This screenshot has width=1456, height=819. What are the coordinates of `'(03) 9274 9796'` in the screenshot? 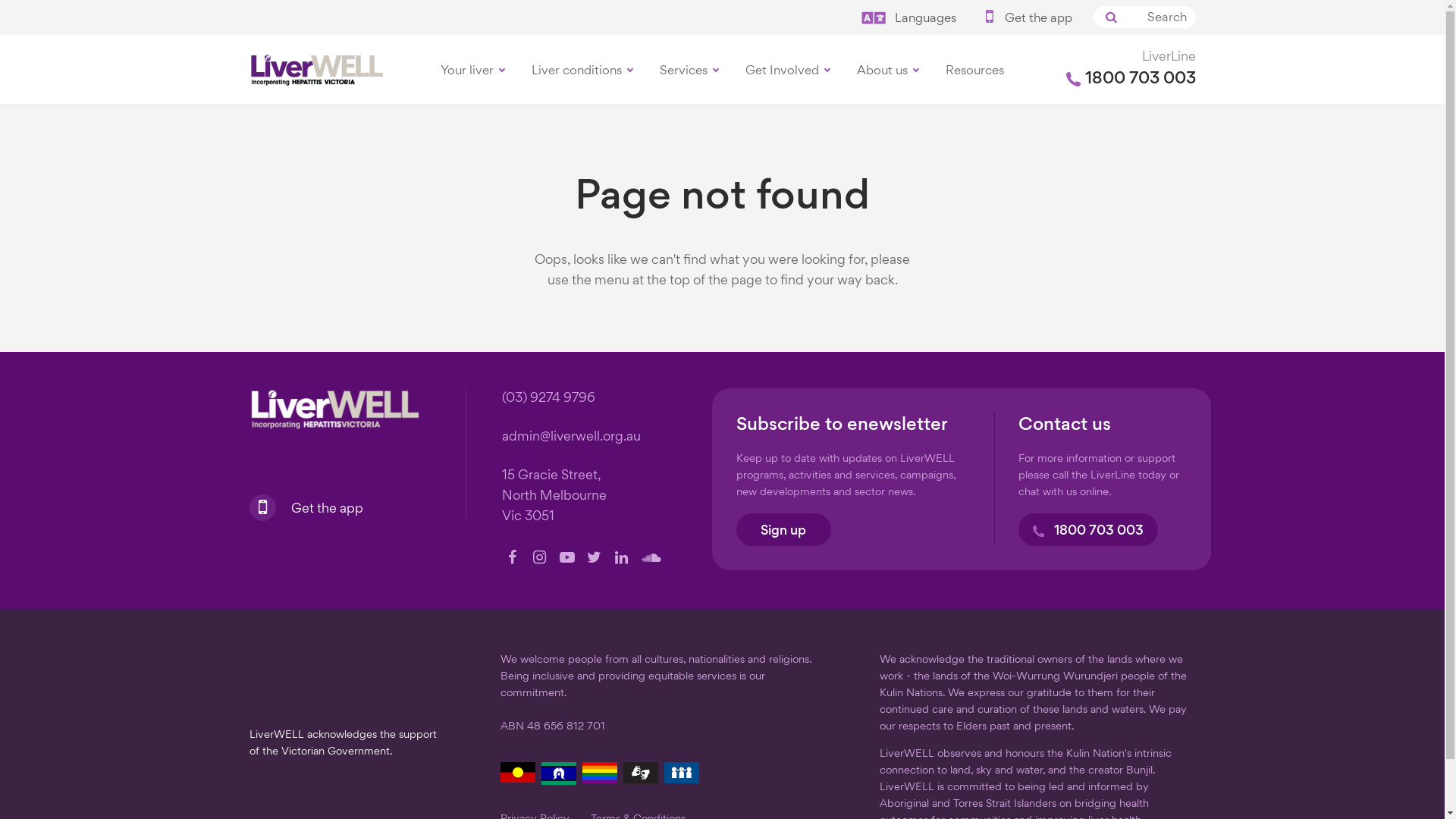 It's located at (548, 397).